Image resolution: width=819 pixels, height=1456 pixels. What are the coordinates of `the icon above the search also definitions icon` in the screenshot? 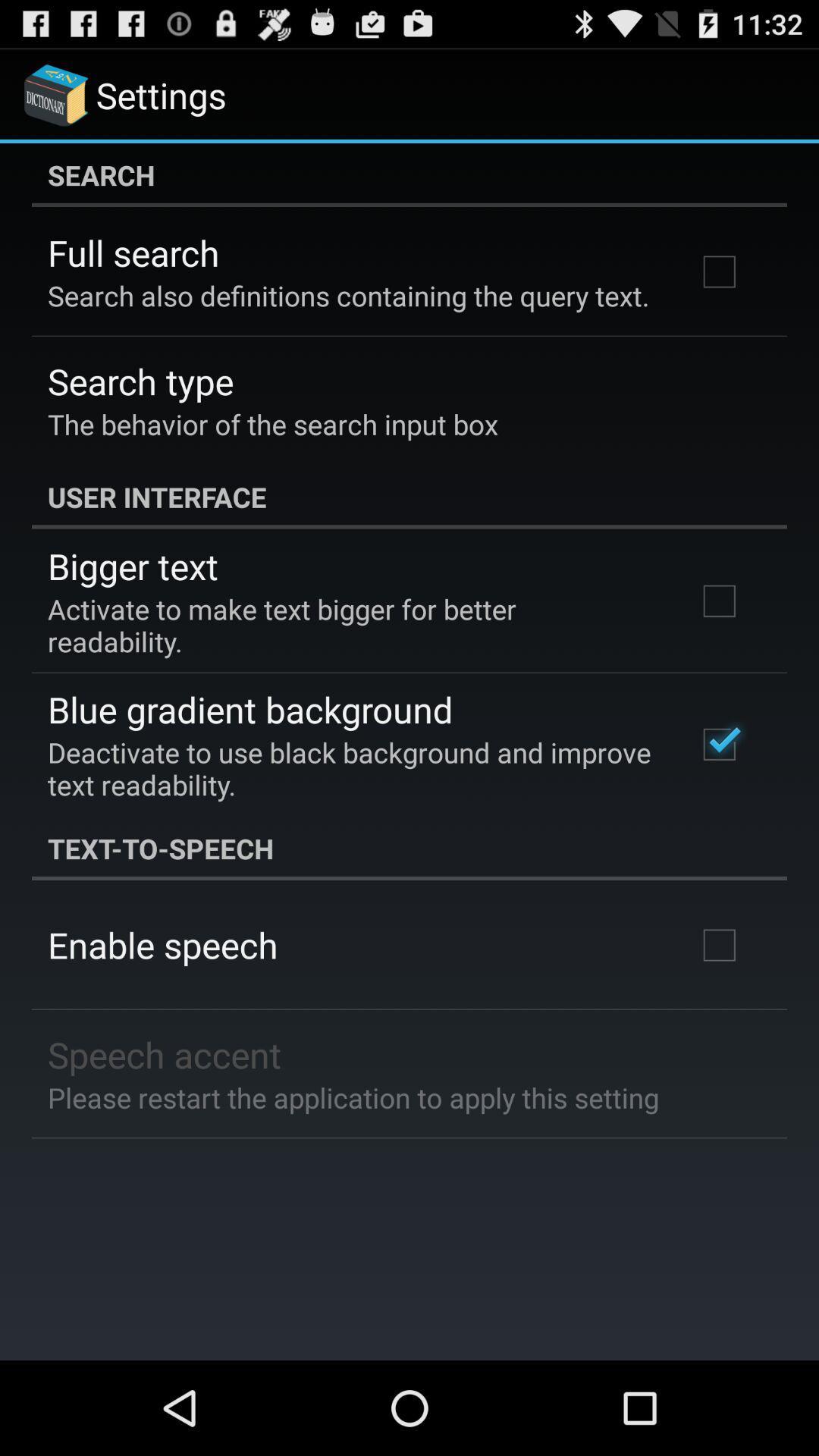 It's located at (133, 253).